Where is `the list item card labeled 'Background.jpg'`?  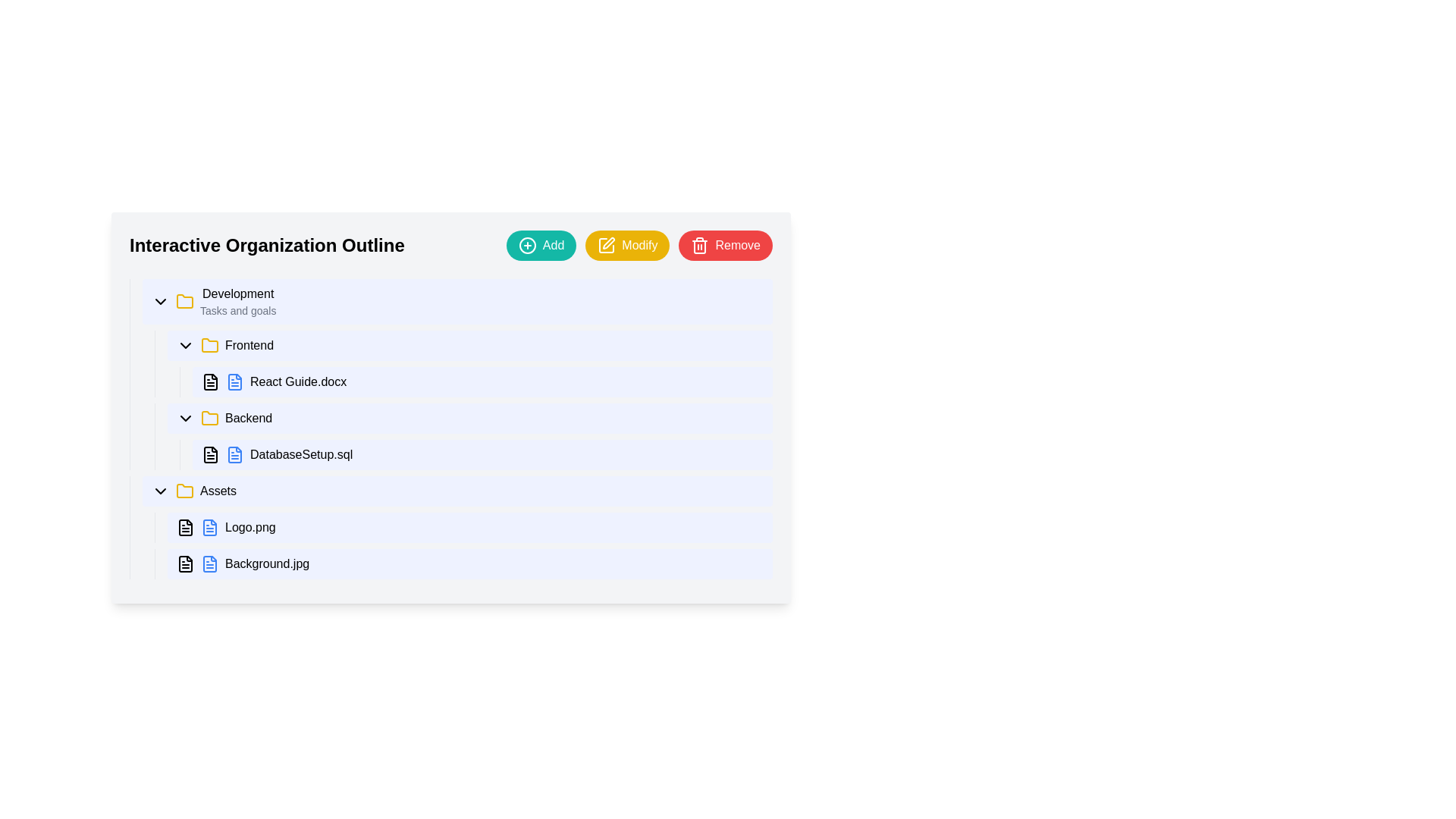
the list item card labeled 'Background.jpg' is located at coordinates (469, 564).